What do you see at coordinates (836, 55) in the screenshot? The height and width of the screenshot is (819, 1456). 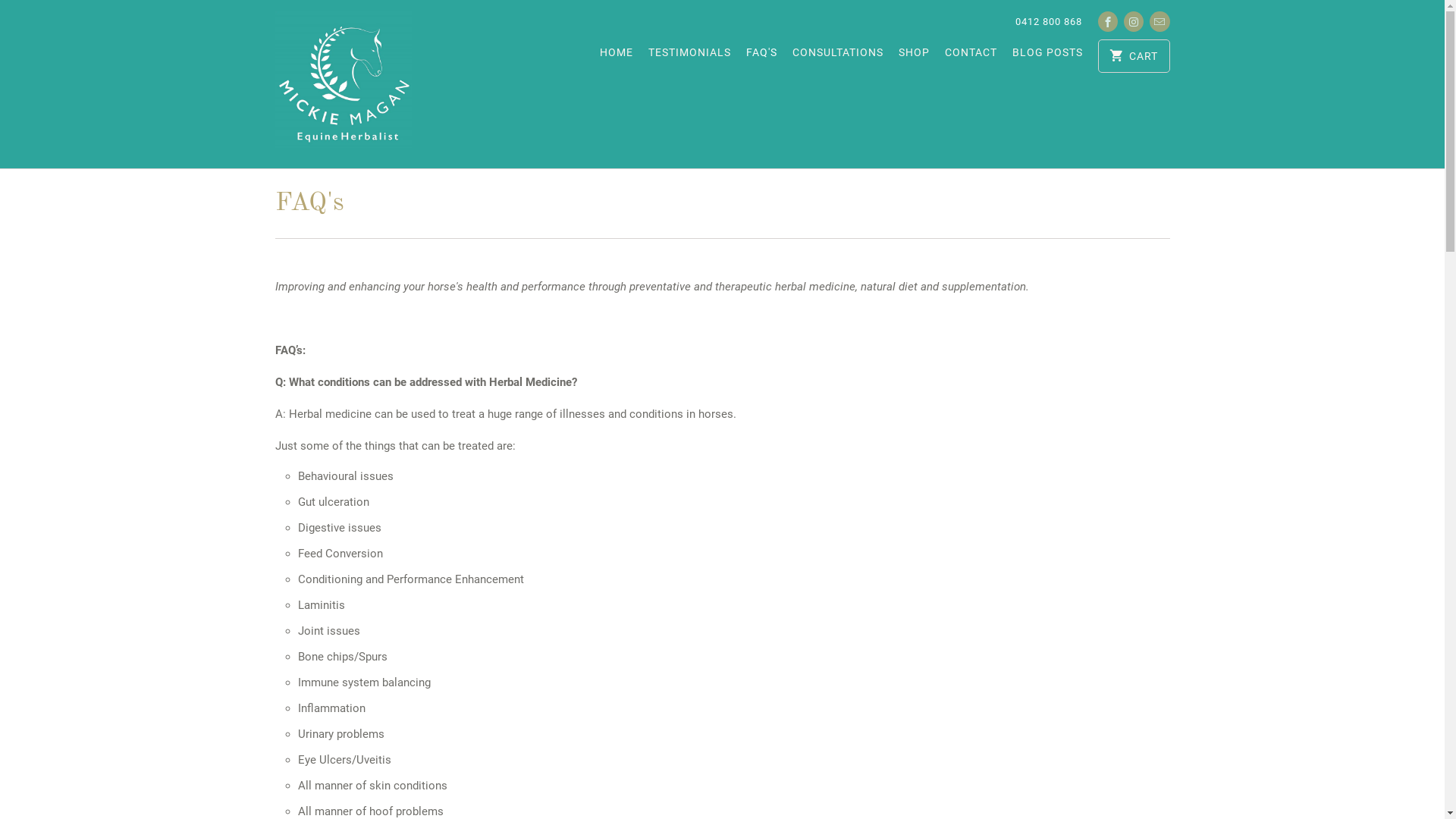 I see `'CONSULTATIONS'` at bounding box center [836, 55].